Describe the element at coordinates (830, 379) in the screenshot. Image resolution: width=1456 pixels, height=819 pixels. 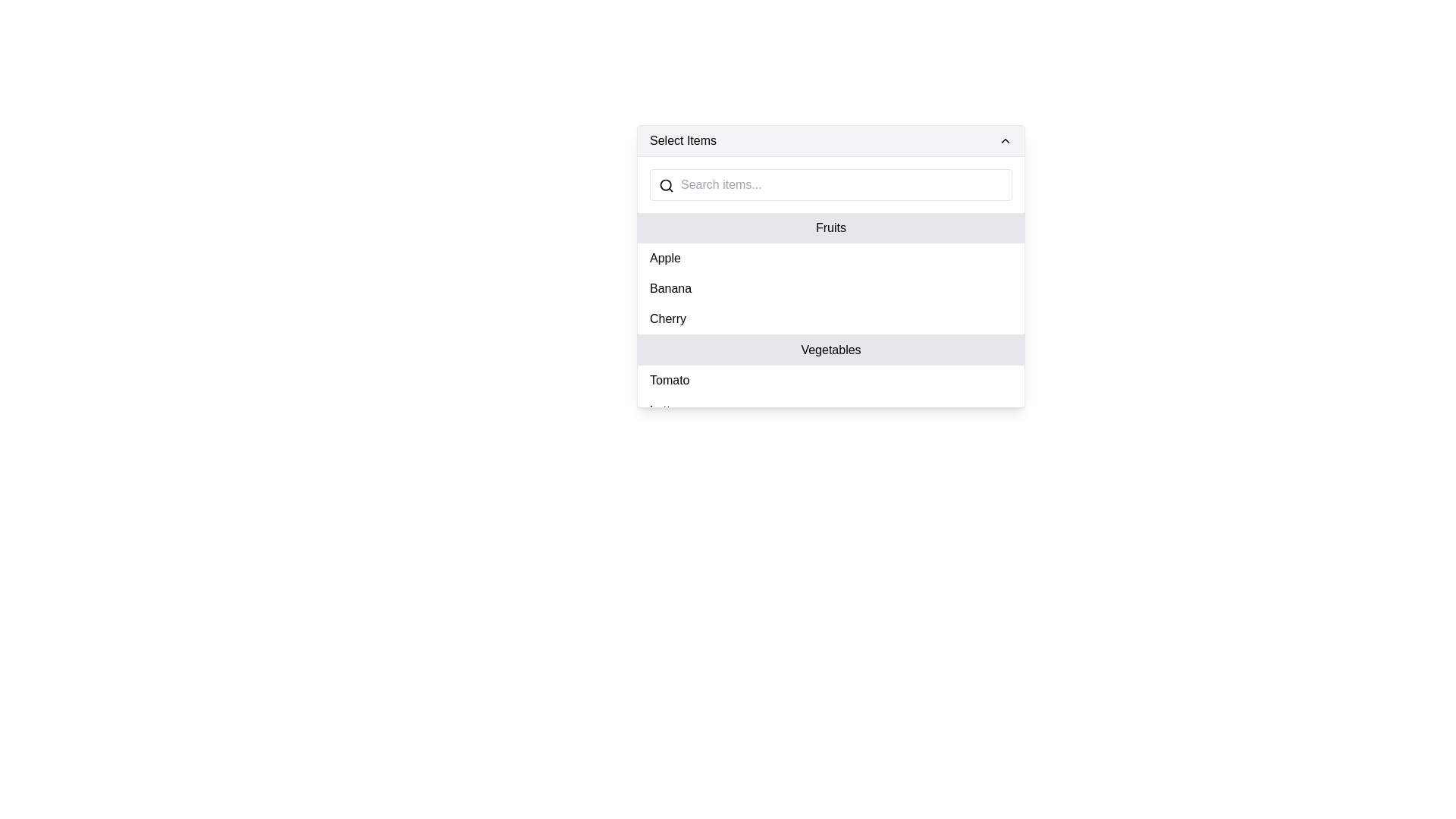
I see `to select the 'Tomato' option from the dropdown menu, which is the first item under the 'Vegetables' section` at that location.